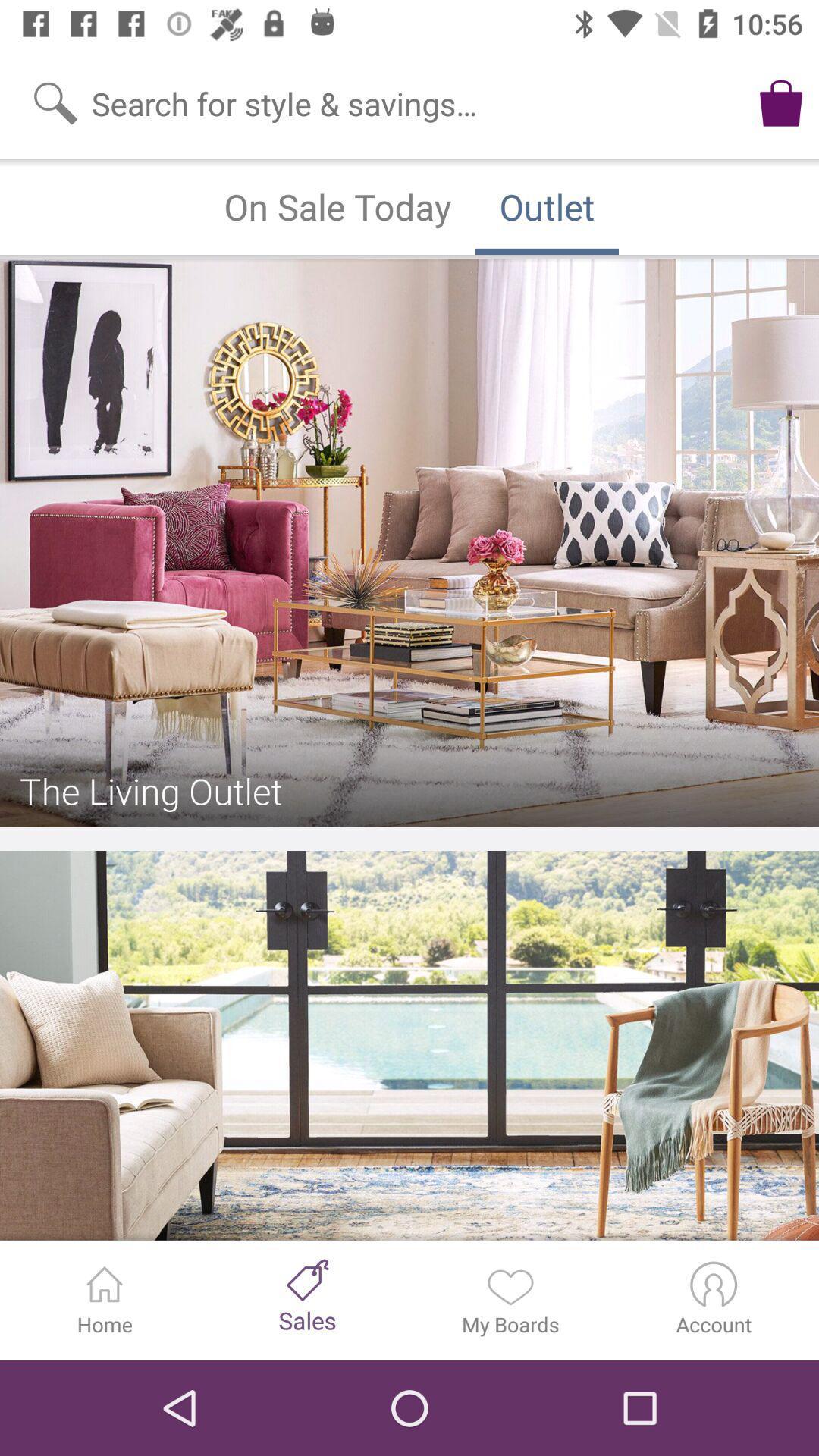  What do you see at coordinates (714, 1283) in the screenshot?
I see `the icon on the bottom right corner of the web page` at bounding box center [714, 1283].